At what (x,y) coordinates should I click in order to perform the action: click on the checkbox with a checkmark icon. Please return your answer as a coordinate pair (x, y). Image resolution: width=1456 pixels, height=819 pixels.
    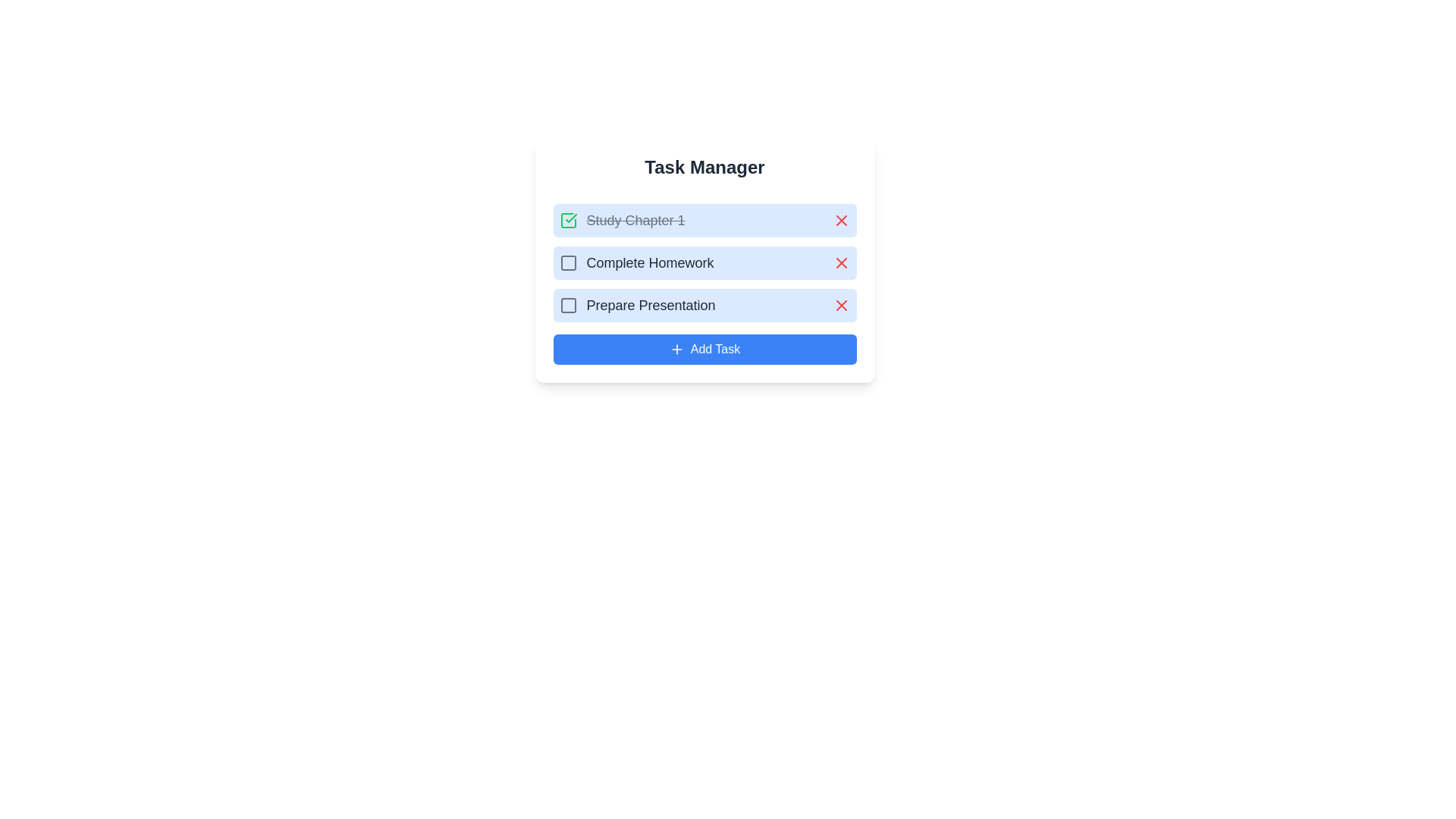
    Looking at the image, I should click on (567, 220).